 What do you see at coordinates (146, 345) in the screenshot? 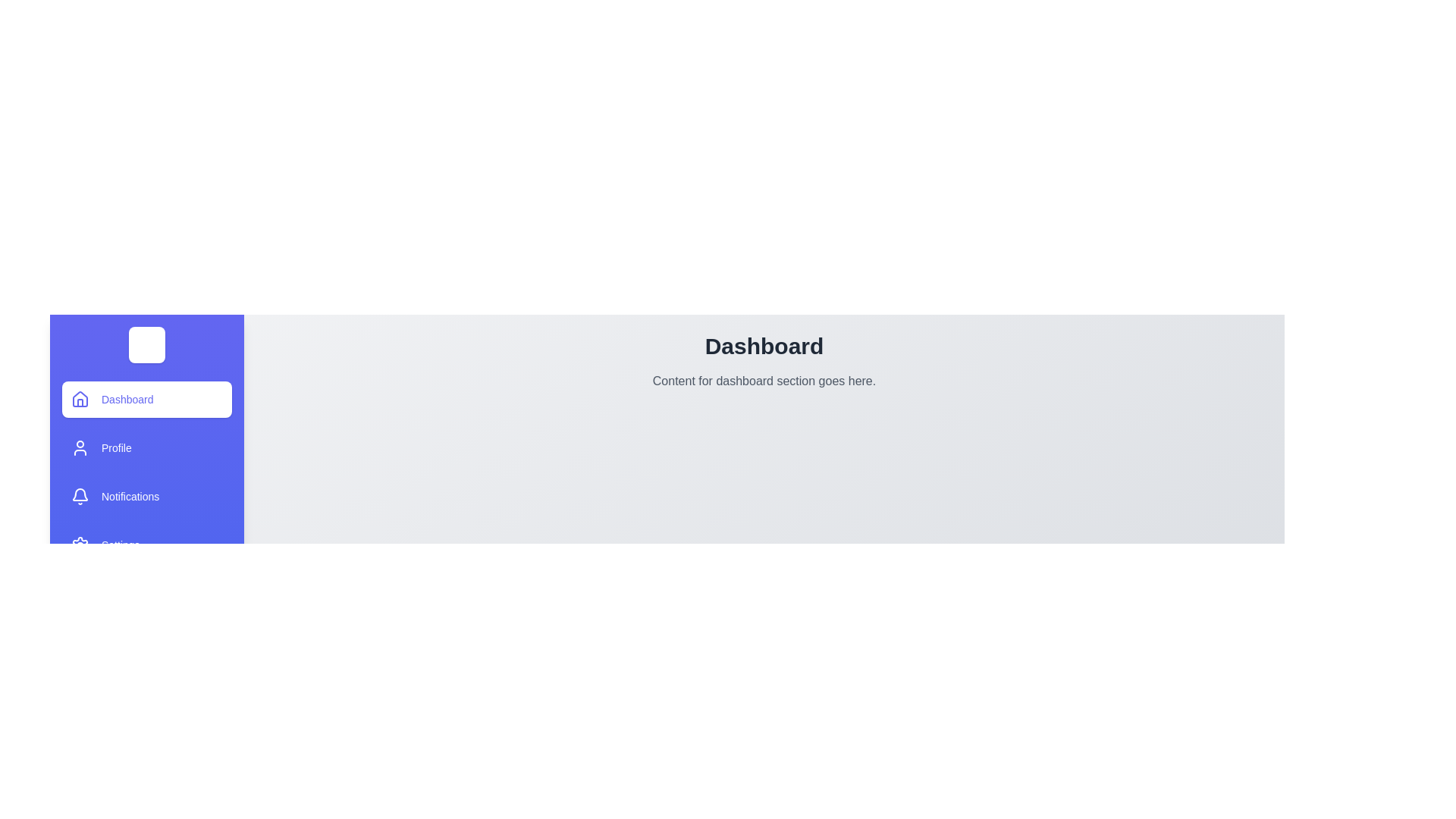
I see `the drawer toggle button to toggle the drawer's state` at bounding box center [146, 345].